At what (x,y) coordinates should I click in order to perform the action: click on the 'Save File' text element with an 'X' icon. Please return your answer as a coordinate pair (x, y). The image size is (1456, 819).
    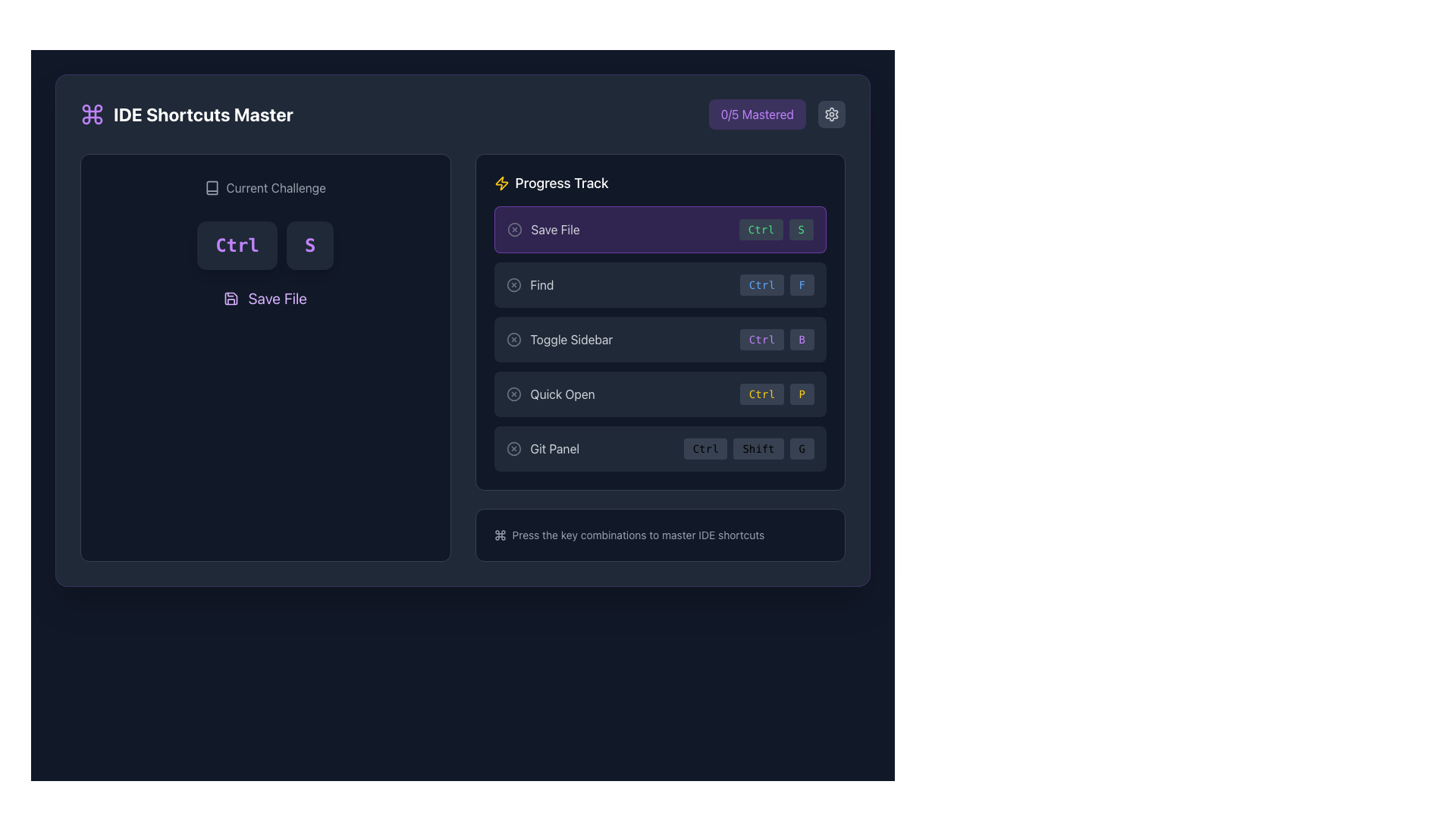
    Looking at the image, I should click on (543, 230).